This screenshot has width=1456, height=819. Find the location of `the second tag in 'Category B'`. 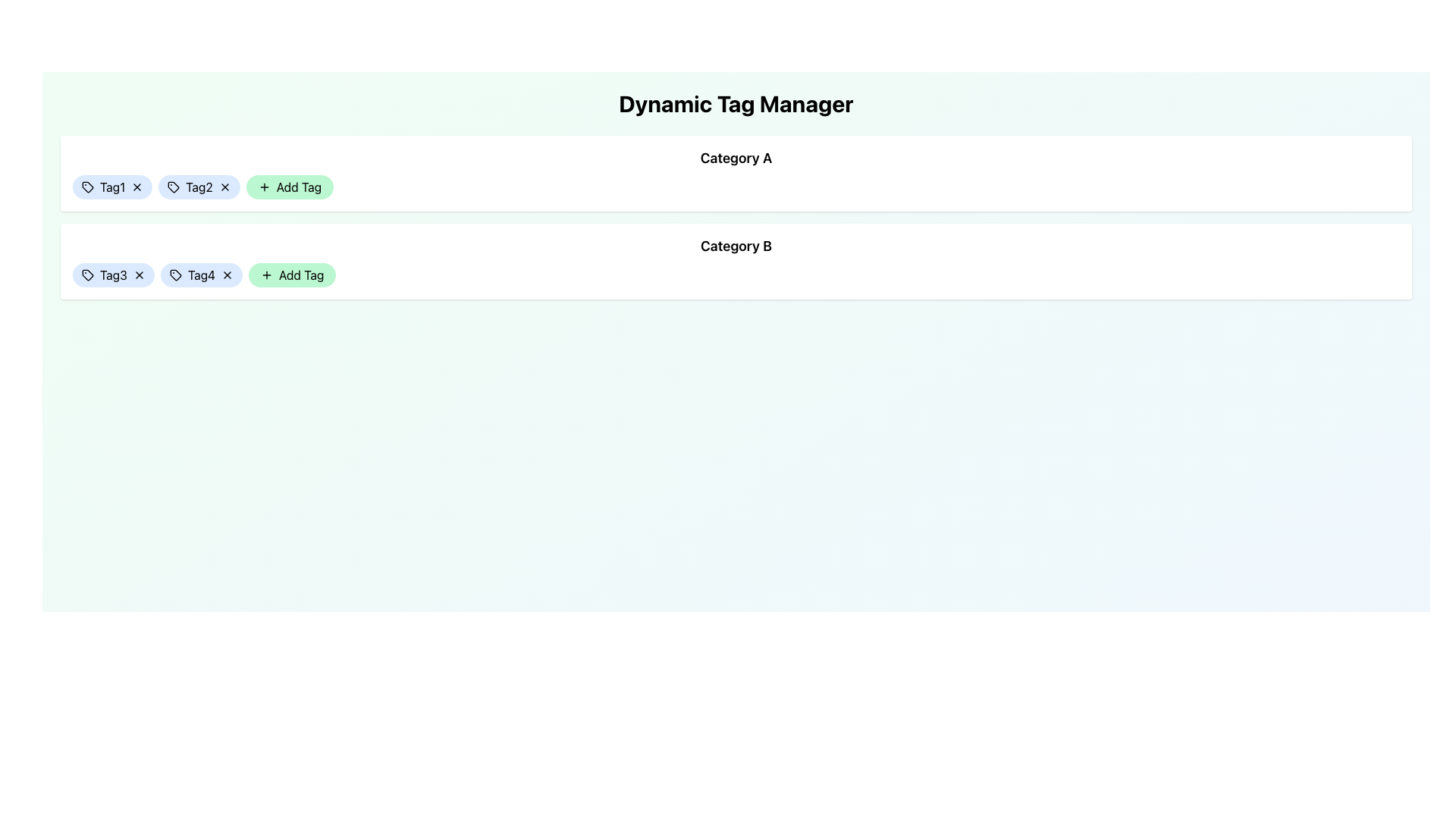

the second tag in 'Category B' is located at coordinates (200, 275).